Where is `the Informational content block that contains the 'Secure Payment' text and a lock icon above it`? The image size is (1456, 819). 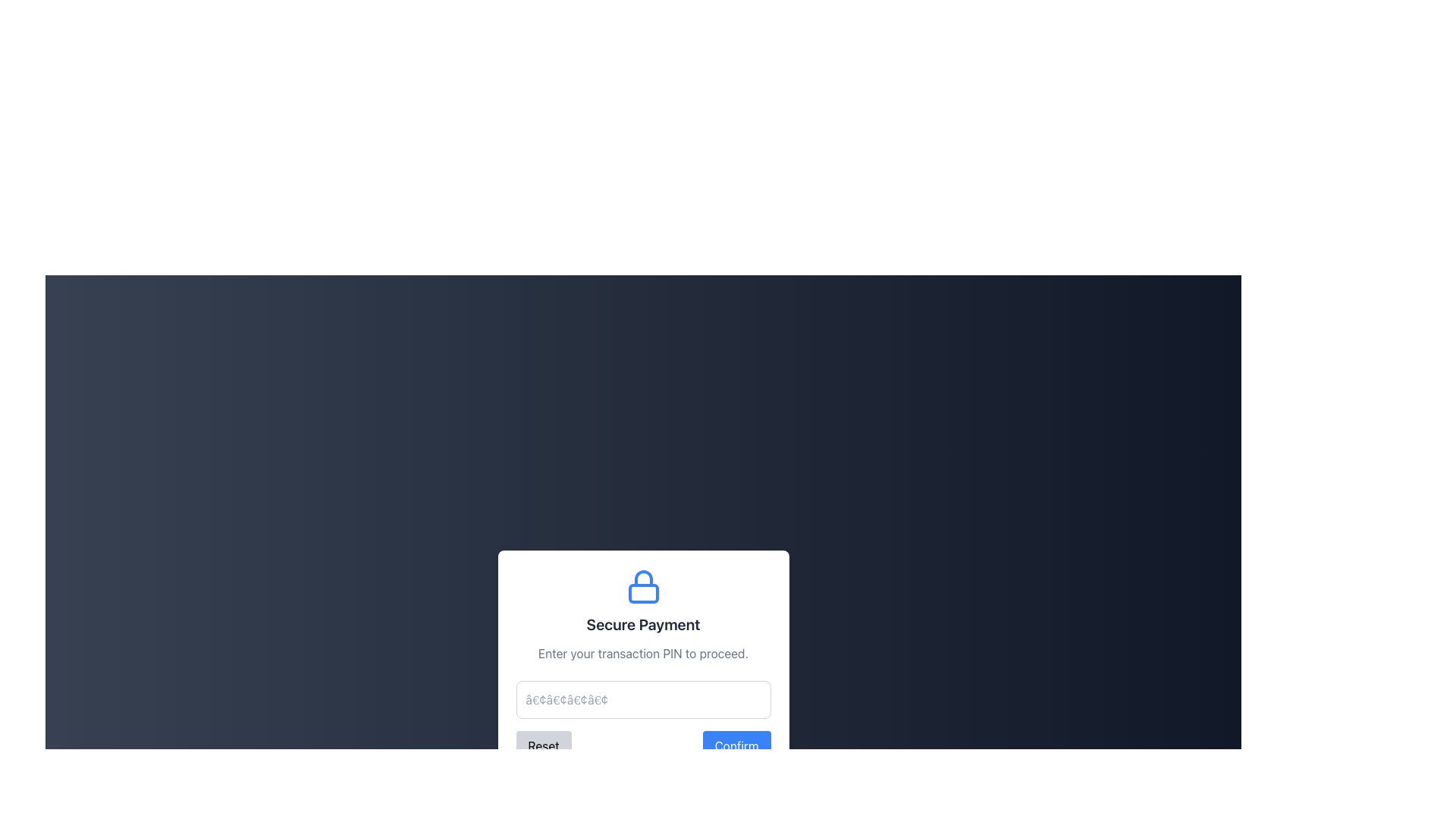
the Informational content block that contains the 'Secure Payment' text and a lock icon above it is located at coordinates (643, 616).